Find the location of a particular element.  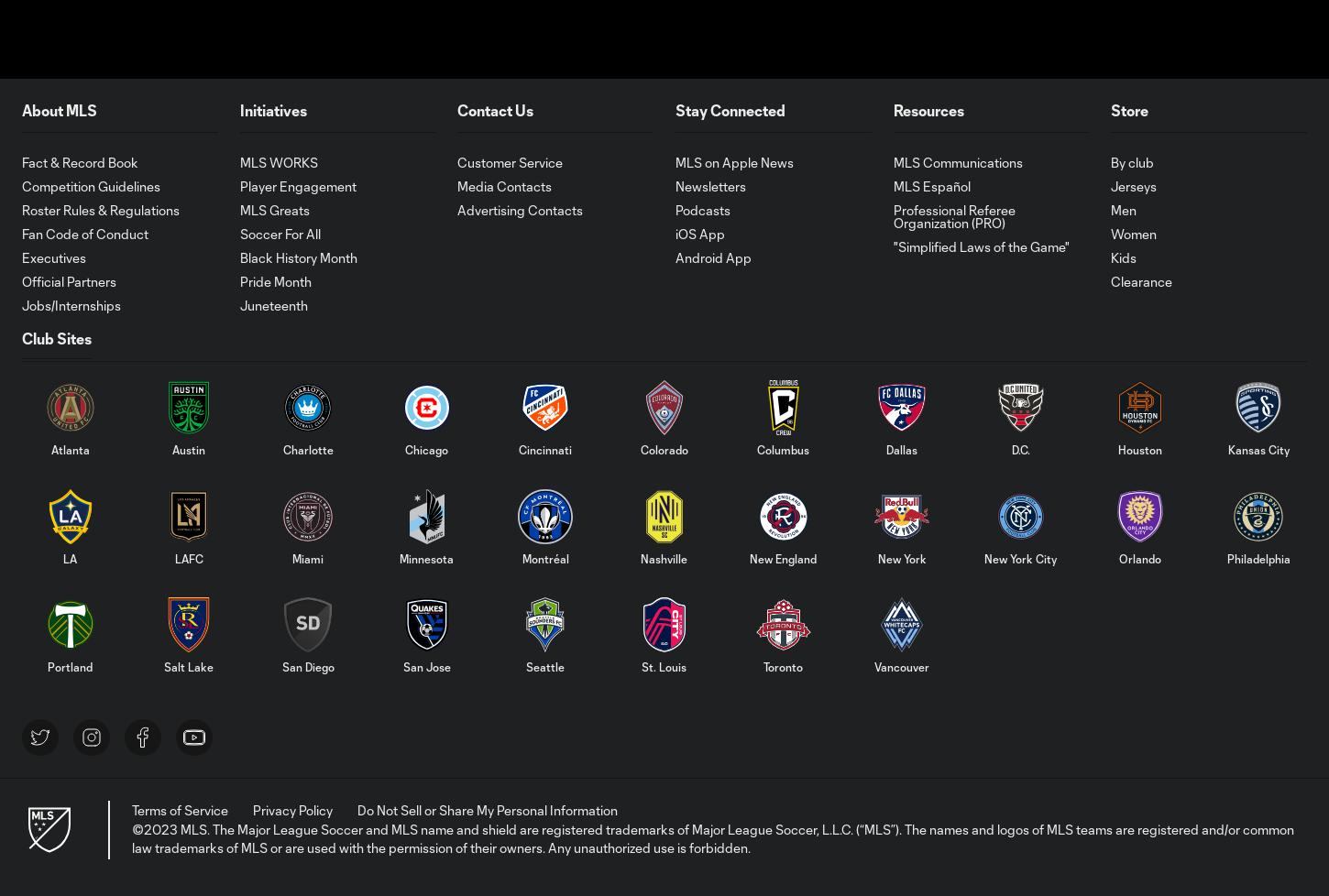

'Competition Guidelines' is located at coordinates (91, 185).